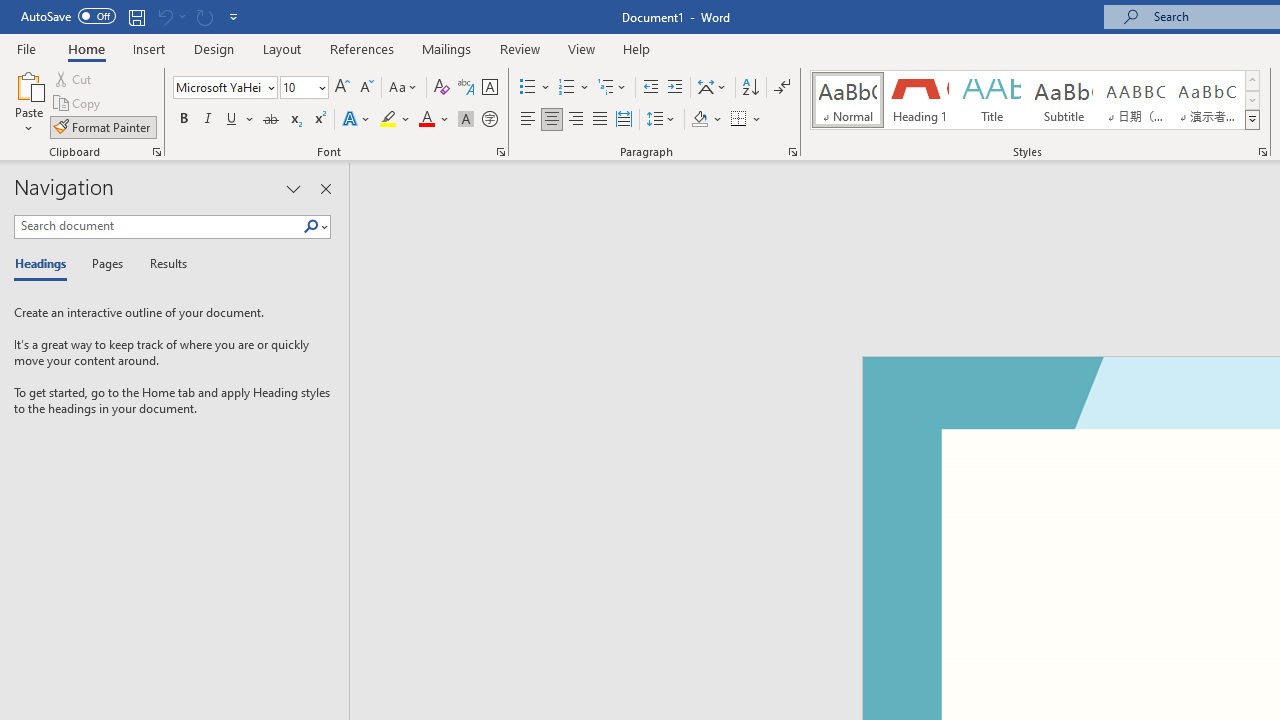  What do you see at coordinates (204, 16) in the screenshot?
I see `'Can'` at bounding box center [204, 16].